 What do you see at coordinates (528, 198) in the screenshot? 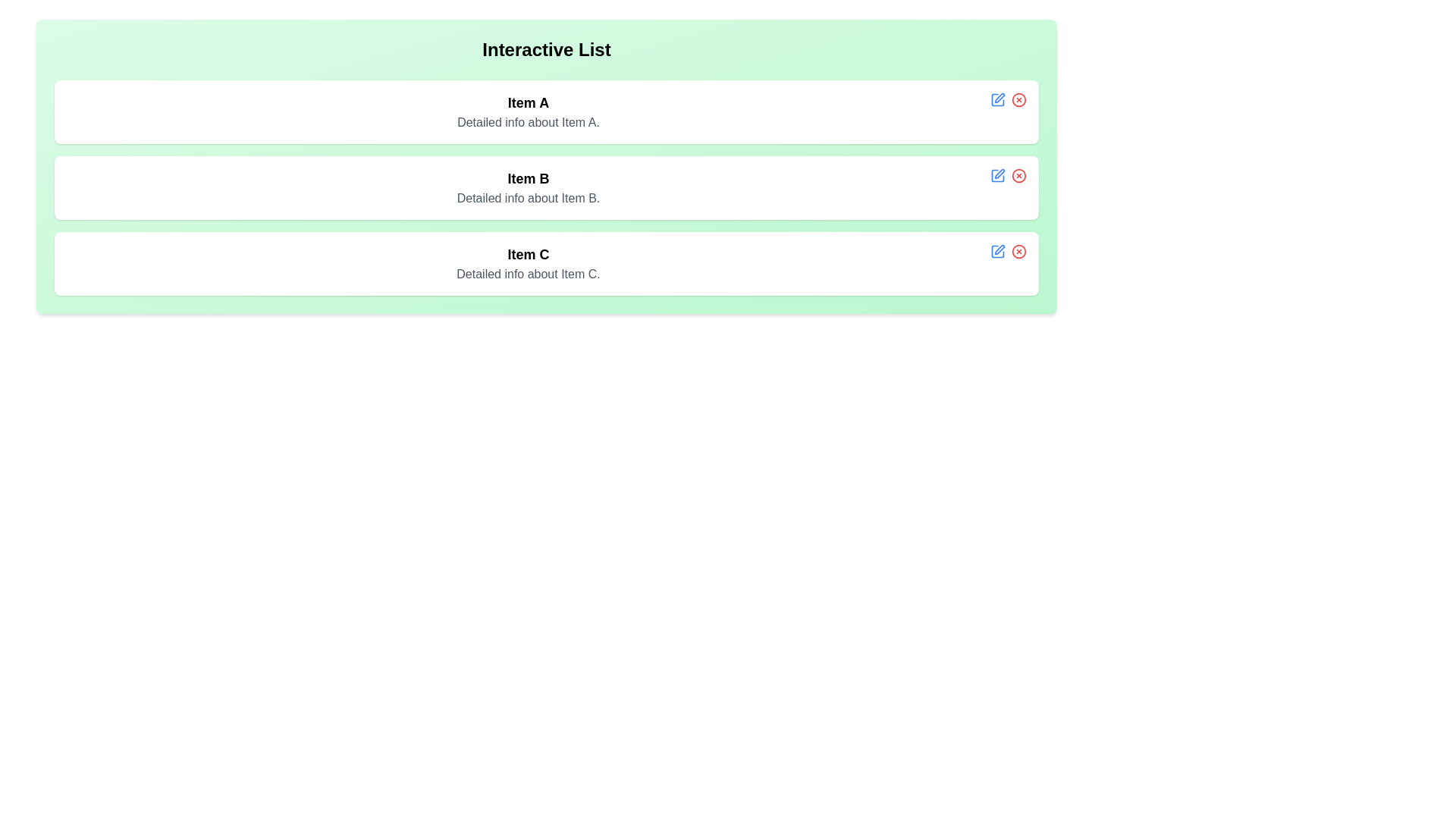
I see `the text label that provides additional details for 'Item B', located directly beneath the title 'Item B' in the vertically stacked list of items` at bounding box center [528, 198].